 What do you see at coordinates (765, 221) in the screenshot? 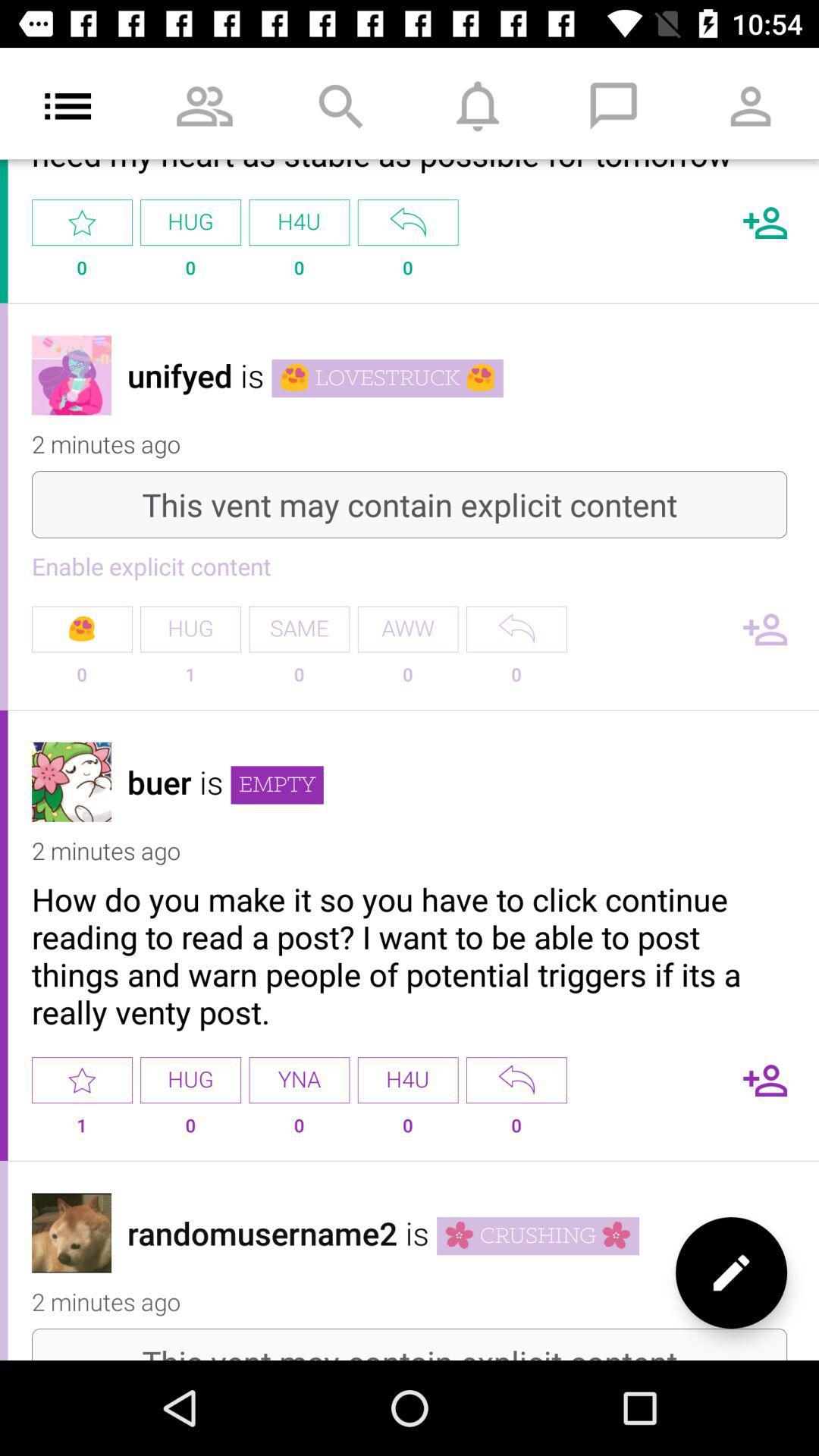
I see `friend` at bounding box center [765, 221].